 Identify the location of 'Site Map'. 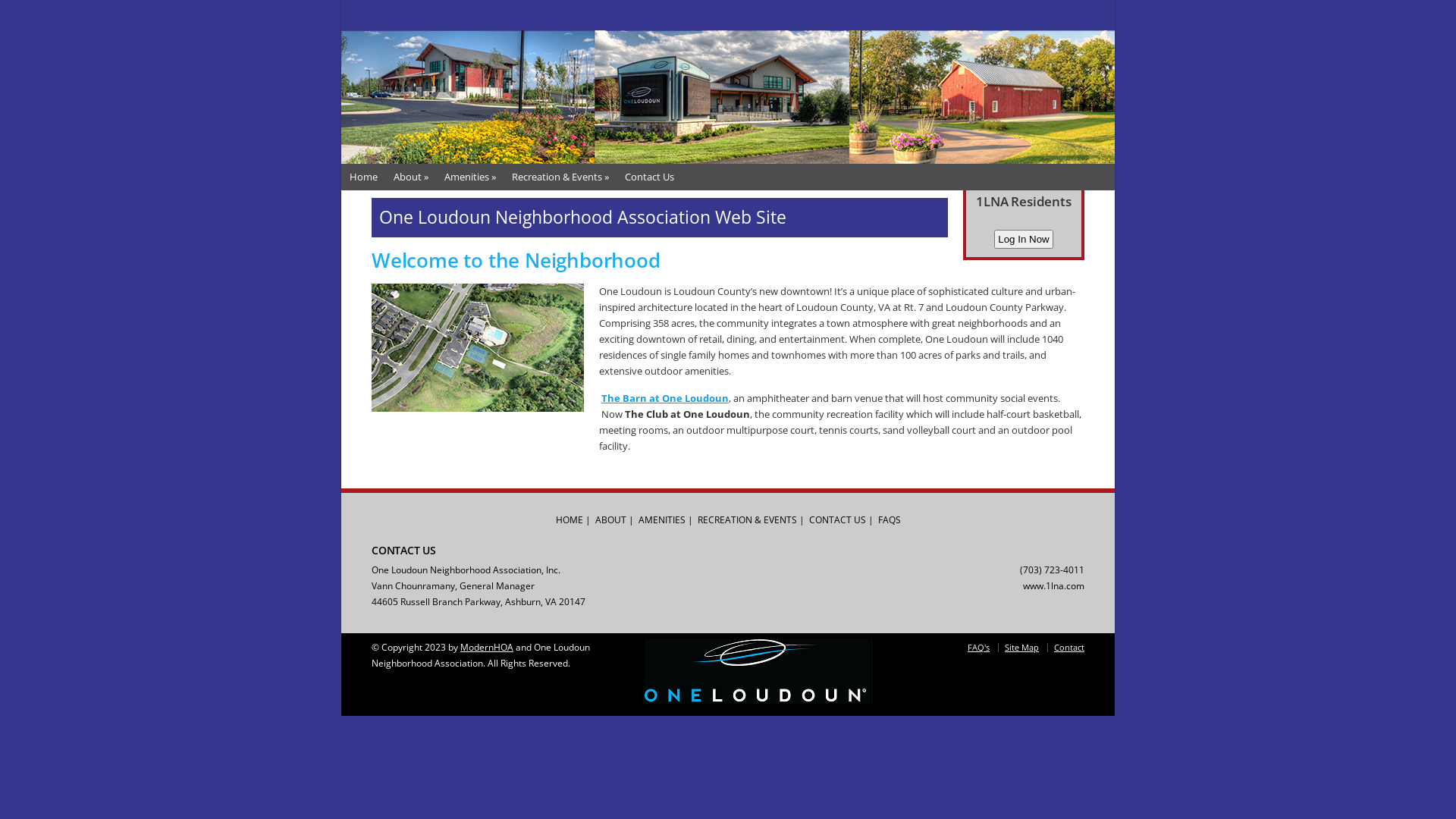
(1004, 647).